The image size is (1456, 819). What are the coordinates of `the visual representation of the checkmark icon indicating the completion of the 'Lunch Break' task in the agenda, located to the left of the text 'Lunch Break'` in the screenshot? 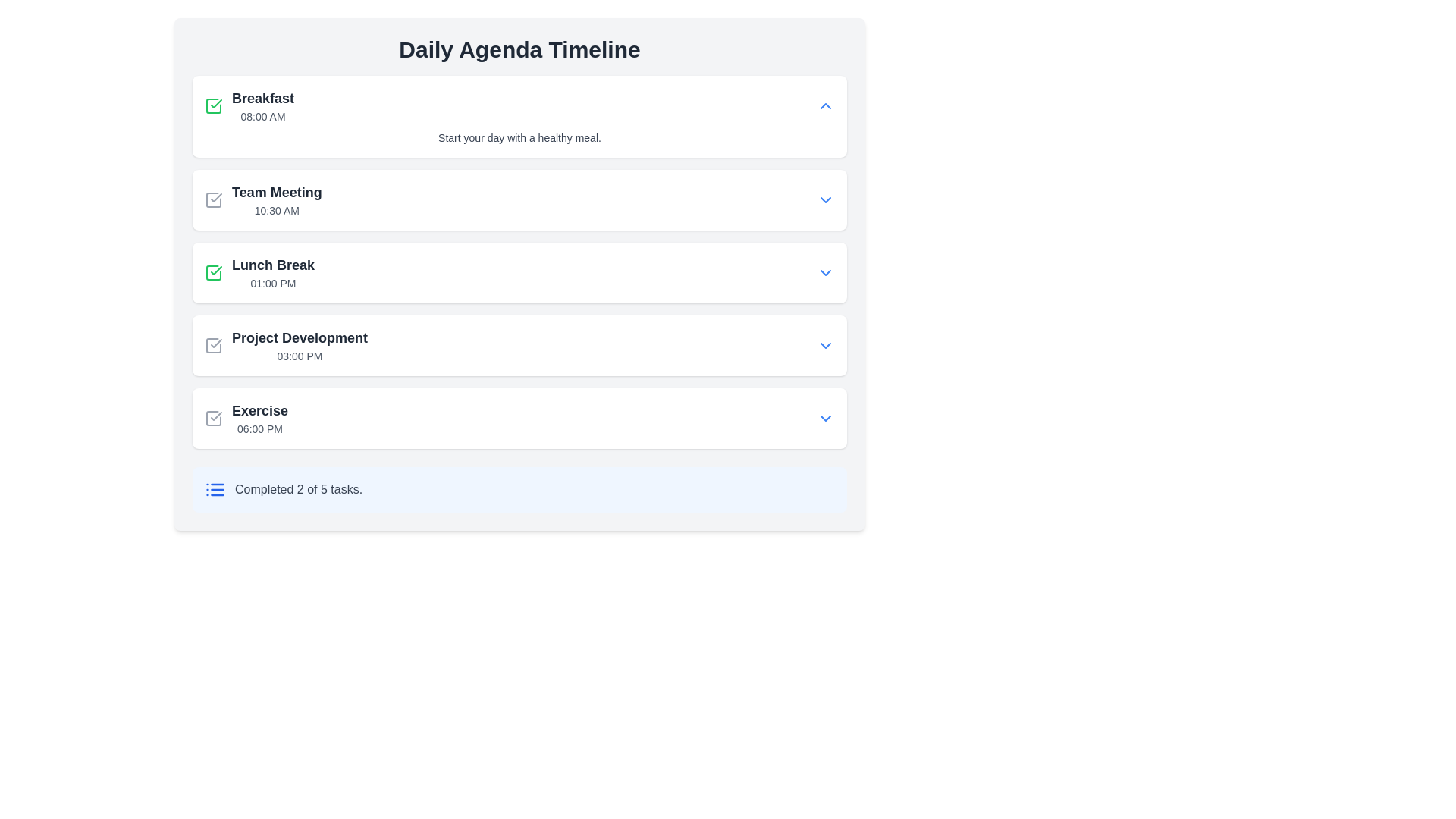 It's located at (215, 103).